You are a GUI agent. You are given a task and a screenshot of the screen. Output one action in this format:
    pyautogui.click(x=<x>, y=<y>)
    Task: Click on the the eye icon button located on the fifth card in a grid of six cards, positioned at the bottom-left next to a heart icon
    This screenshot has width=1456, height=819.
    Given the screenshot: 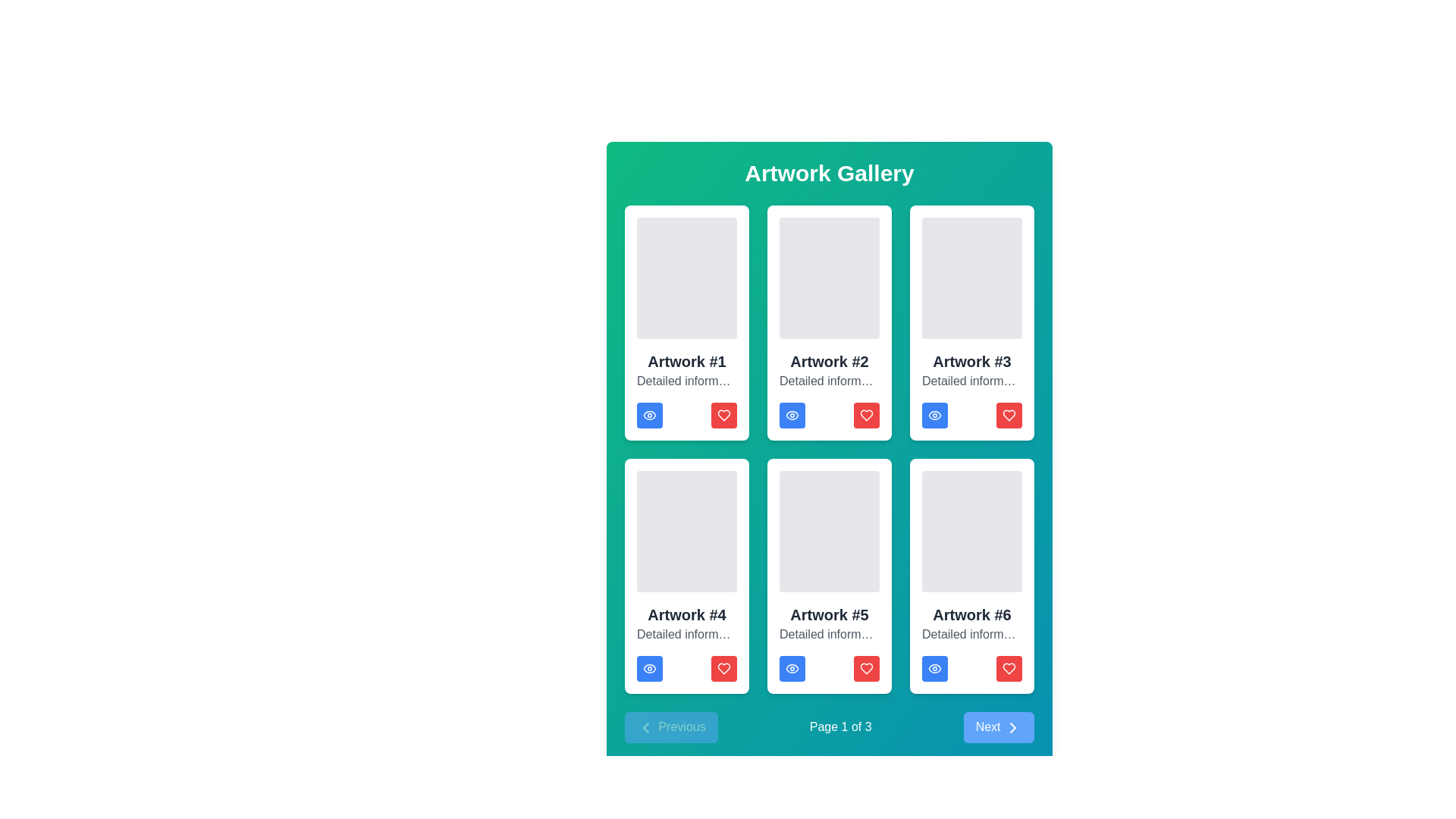 What is the action you would take?
    pyautogui.click(x=792, y=668)
    